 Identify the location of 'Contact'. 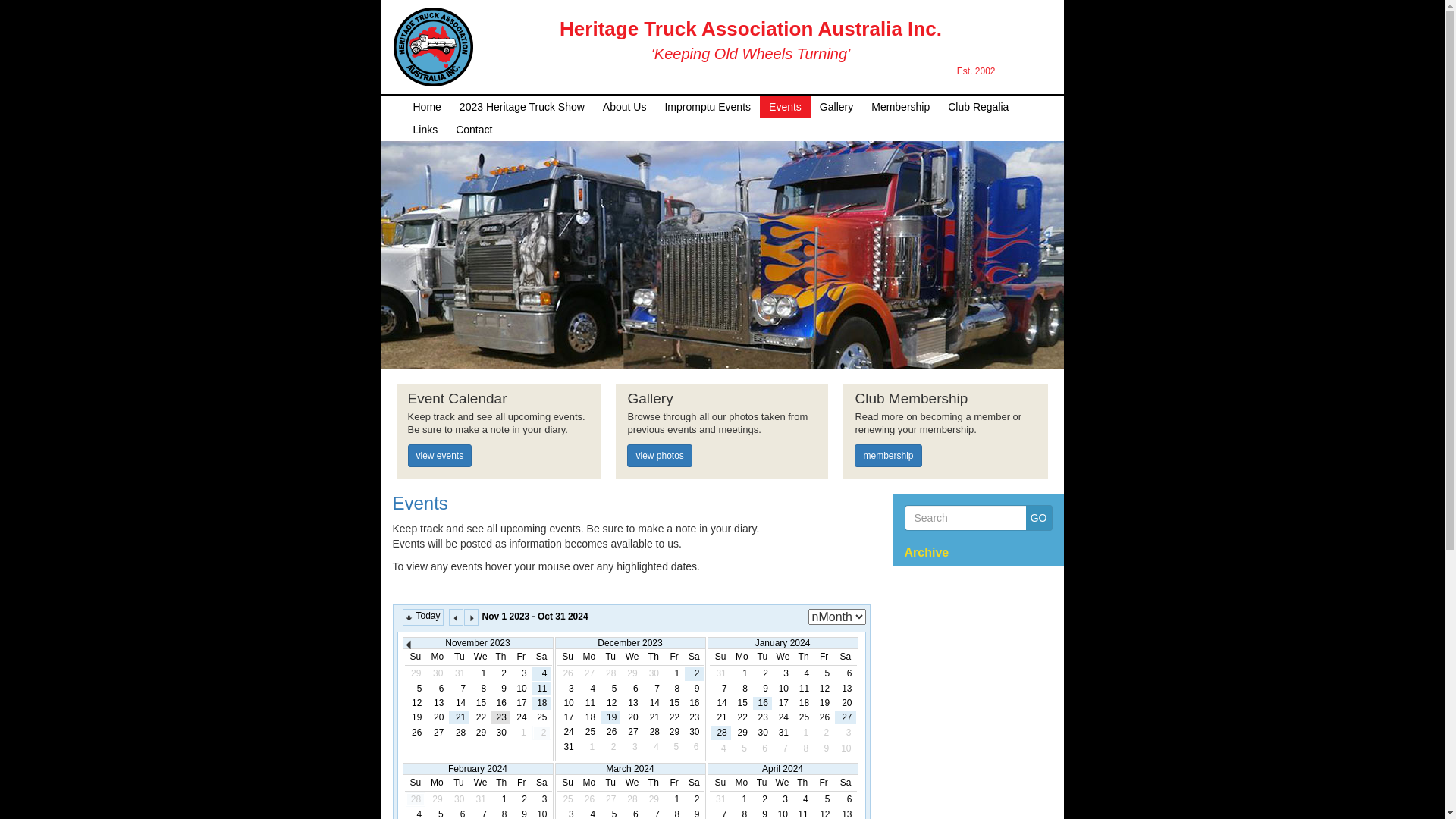
(472, 128).